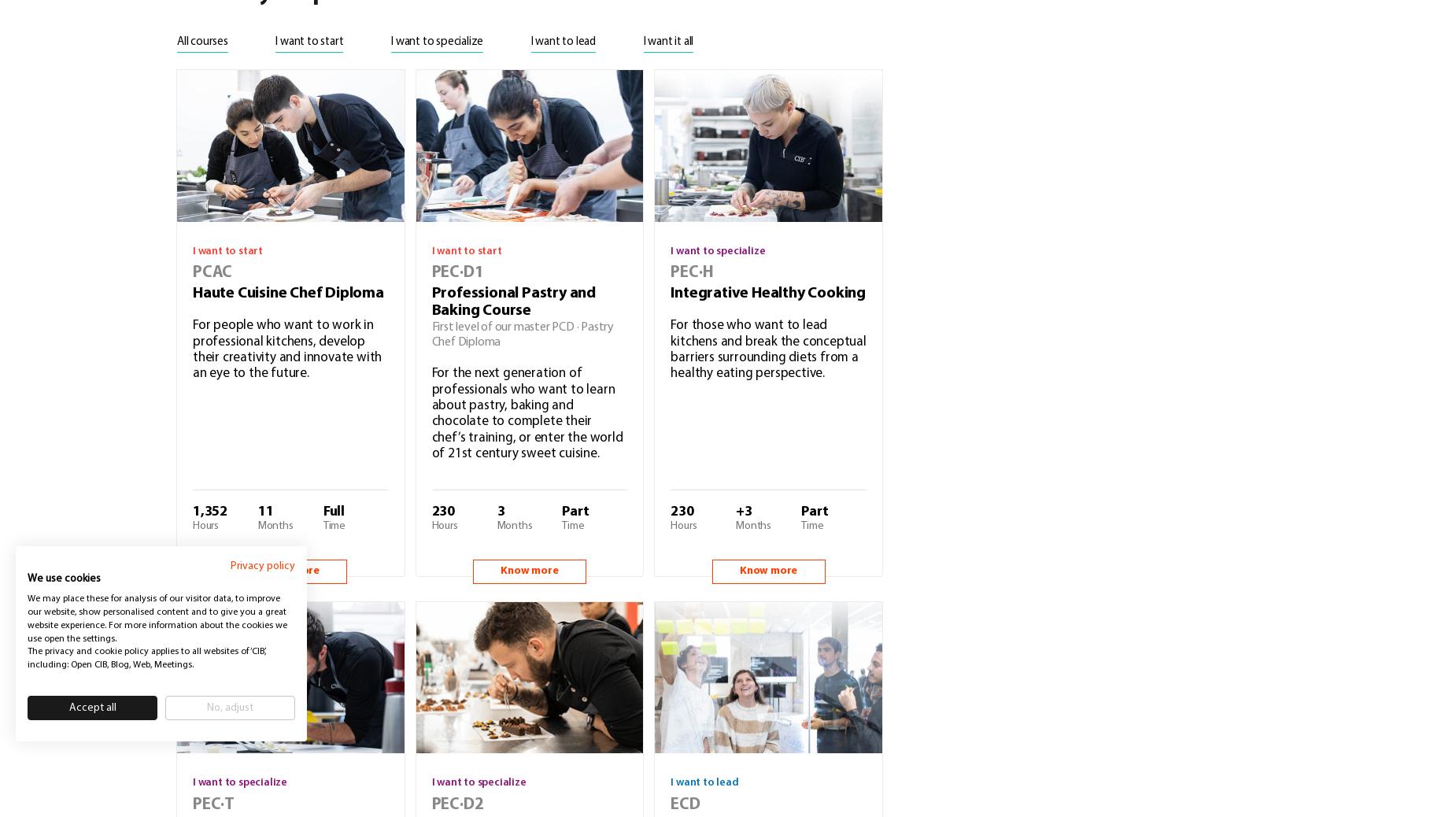 The width and height of the screenshot is (1456, 817). I want to click on 'PEC·D2', so click(457, 804).